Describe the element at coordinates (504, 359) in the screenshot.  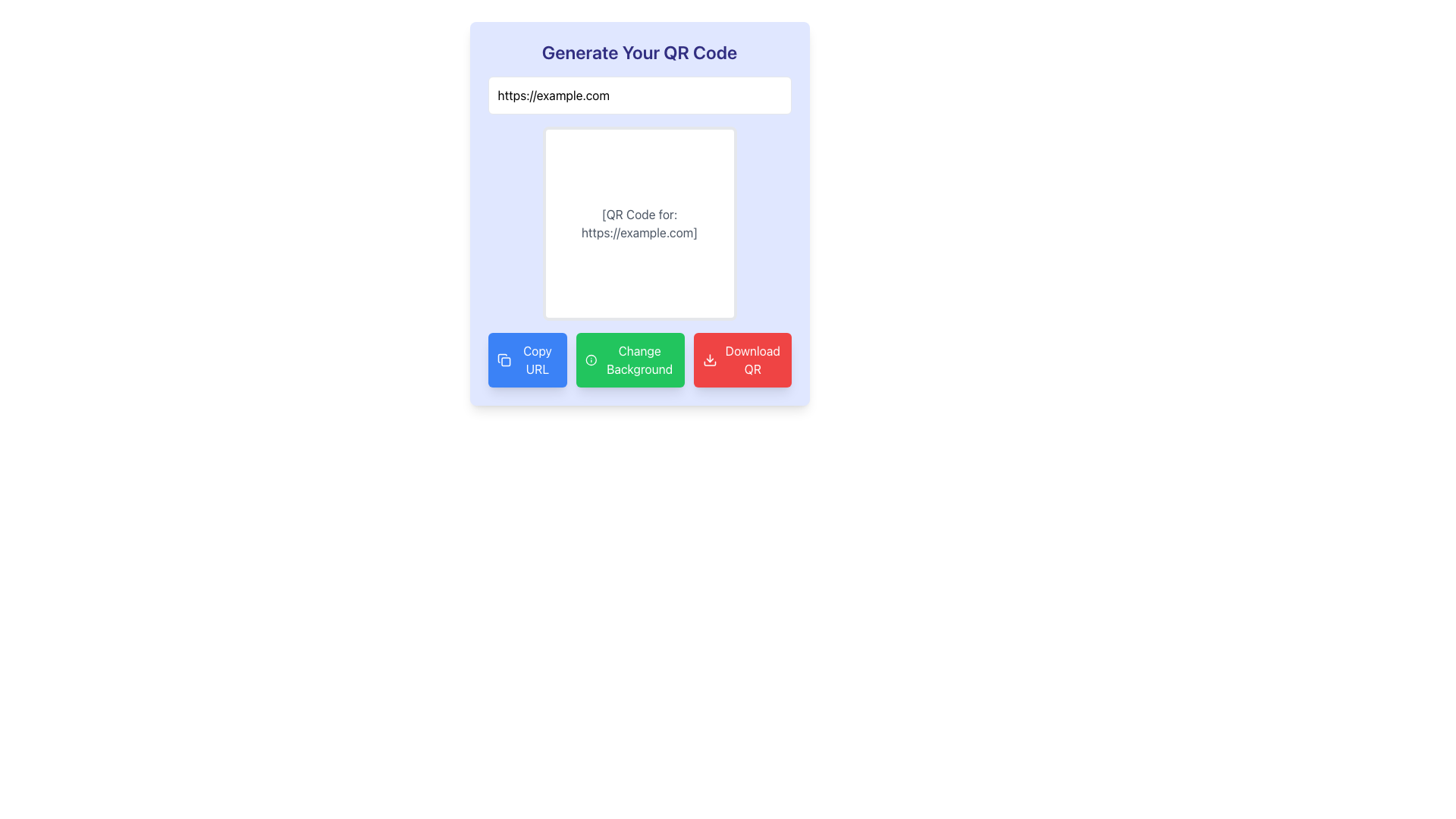
I see `the 'Copy URL' icon located to the left of the blue button labeled 'Copy URL' in the bottom row of buttons` at that location.